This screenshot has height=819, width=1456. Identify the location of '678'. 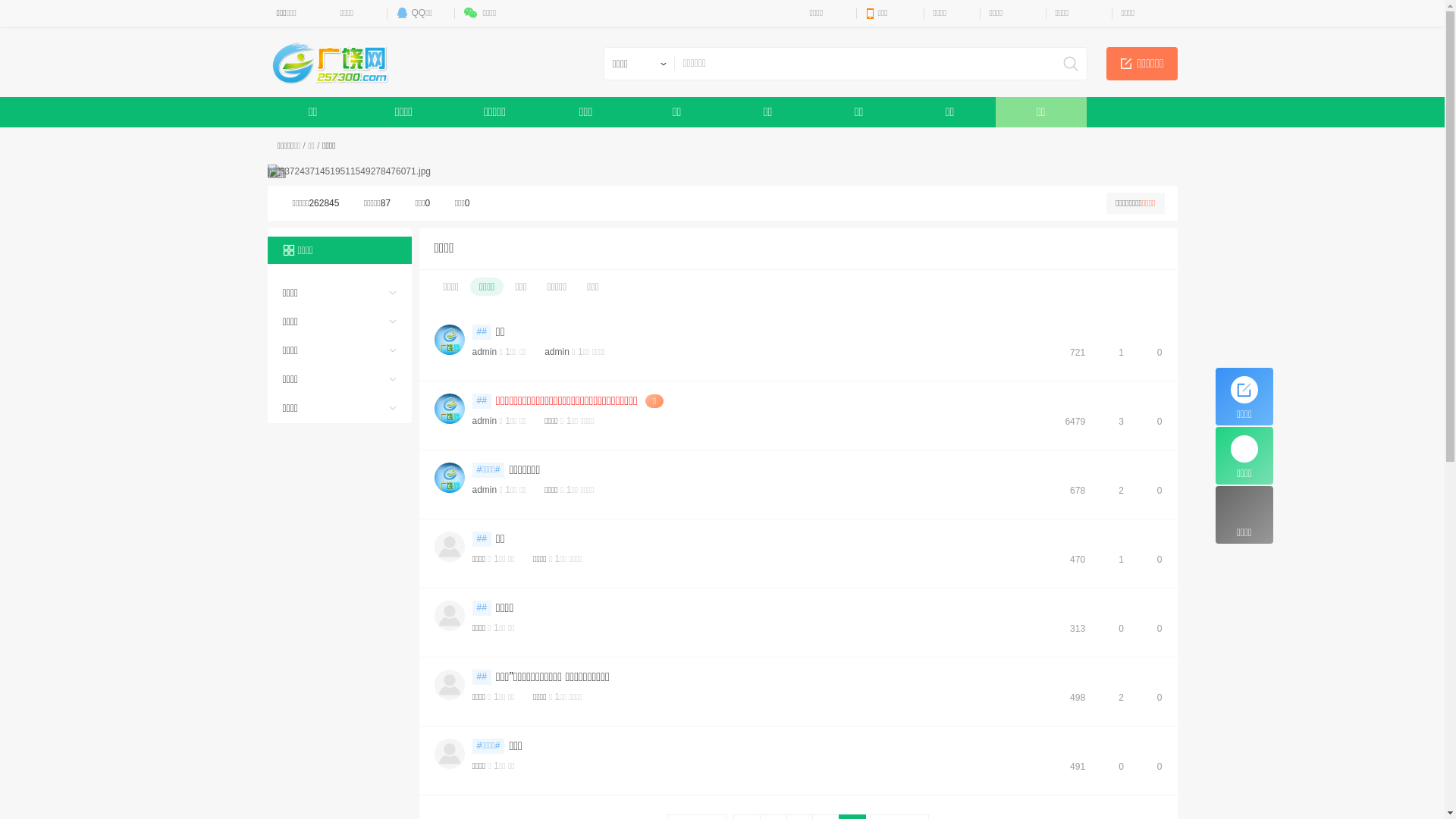
(1069, 491).